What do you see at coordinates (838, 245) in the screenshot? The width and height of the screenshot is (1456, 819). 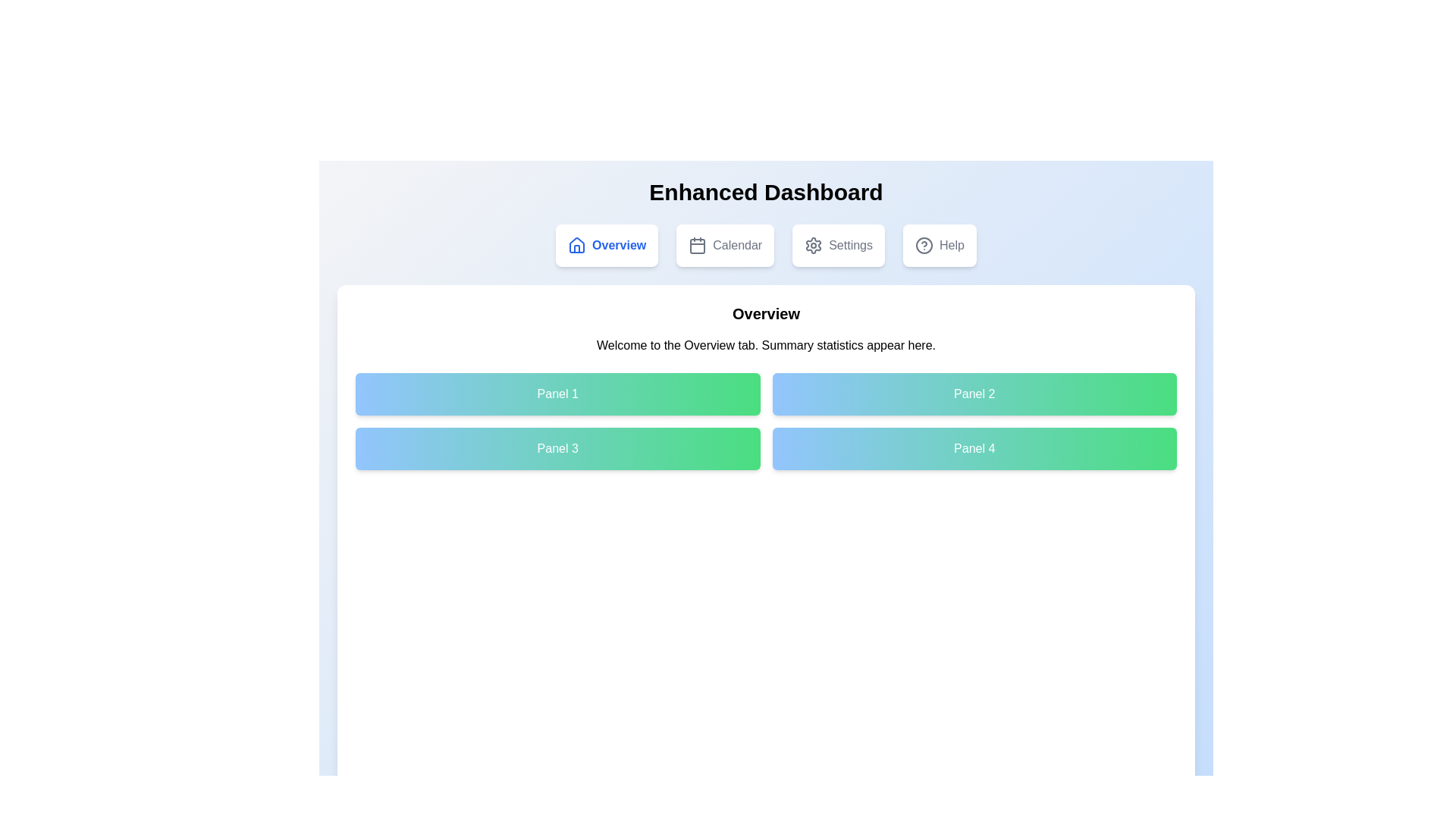 I see `the tab labeled Settings to navigate to the corresponding section` at bounding box center [838, 245].